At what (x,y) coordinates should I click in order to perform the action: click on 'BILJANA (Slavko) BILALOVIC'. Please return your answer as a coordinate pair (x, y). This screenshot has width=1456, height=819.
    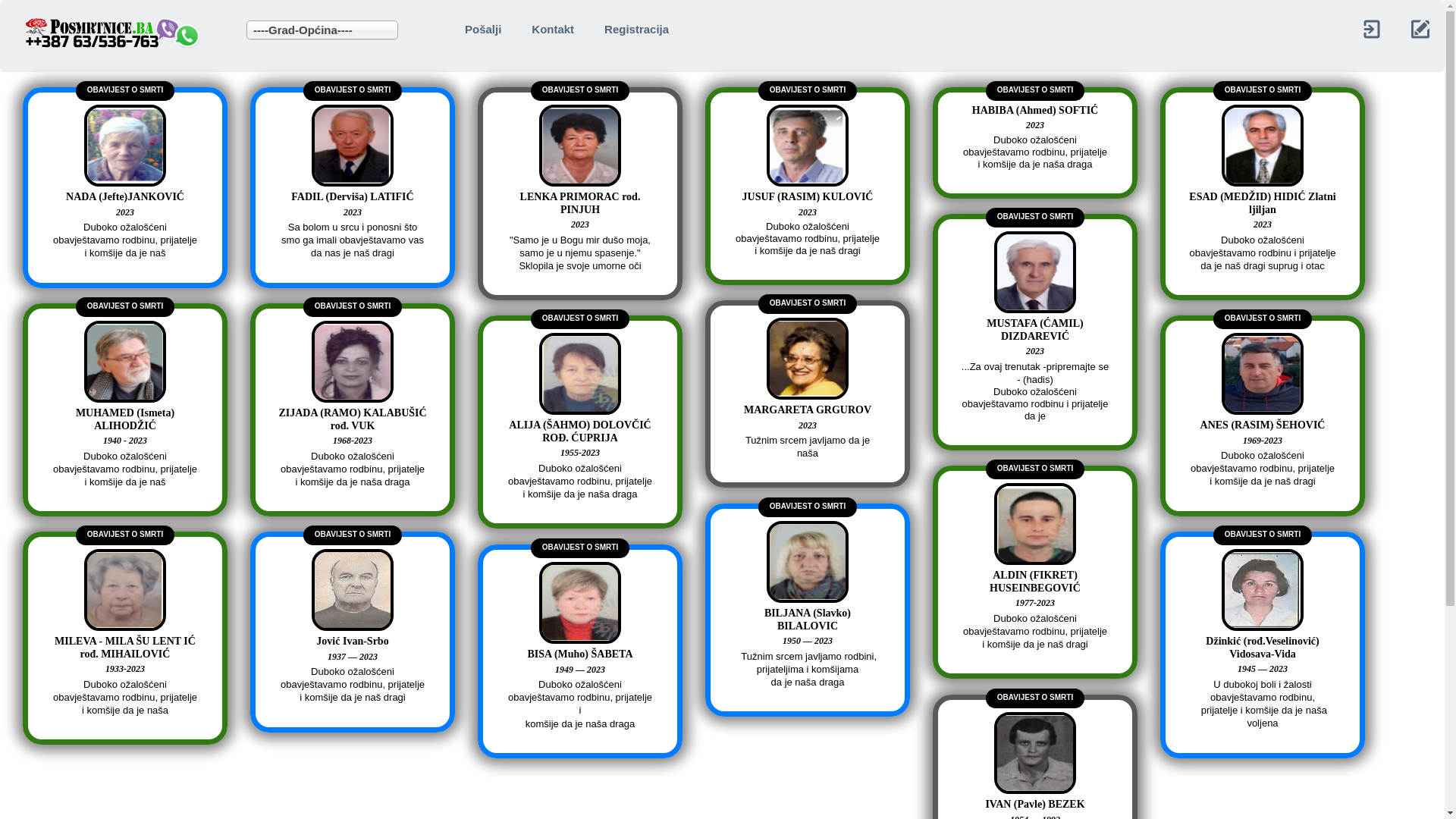
    Looking at the image, I should click on (807, 627).